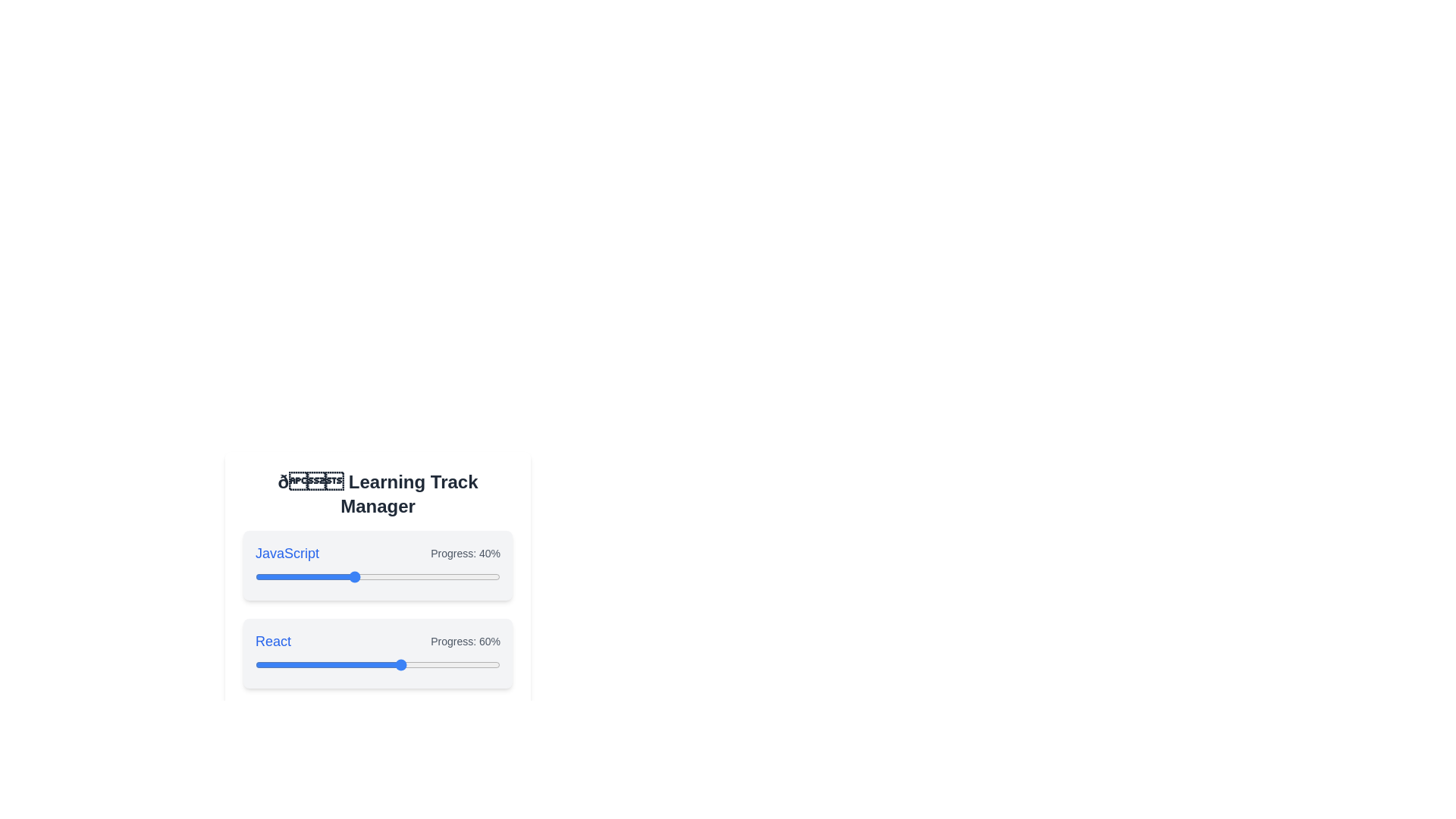  Describe the element at coordinates (404, 576) in the screenshot. I see `the progress for 'JavaScript' track` at that location.